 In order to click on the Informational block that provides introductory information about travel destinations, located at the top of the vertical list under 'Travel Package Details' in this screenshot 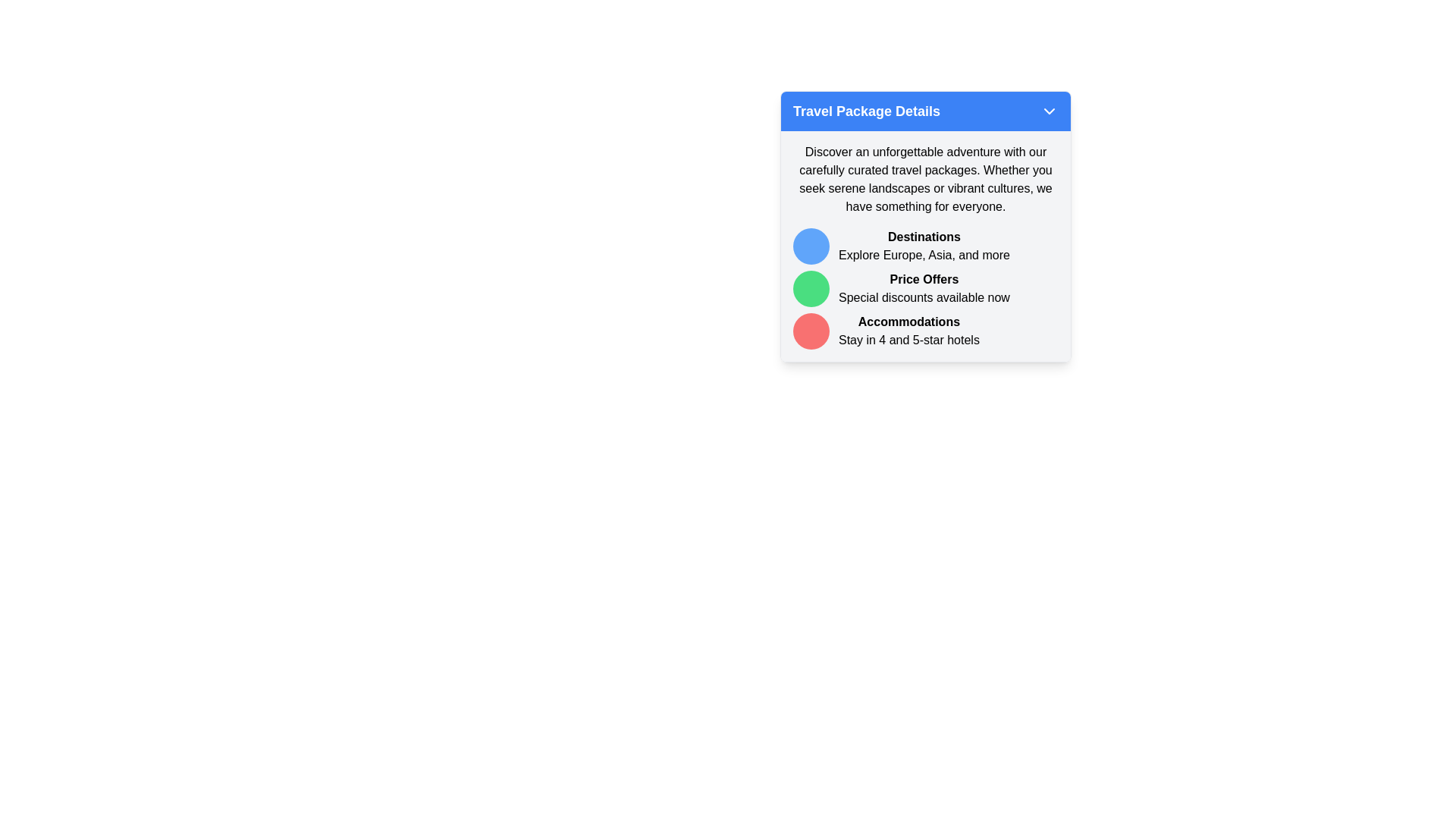, I will do `click(924, 245)`.